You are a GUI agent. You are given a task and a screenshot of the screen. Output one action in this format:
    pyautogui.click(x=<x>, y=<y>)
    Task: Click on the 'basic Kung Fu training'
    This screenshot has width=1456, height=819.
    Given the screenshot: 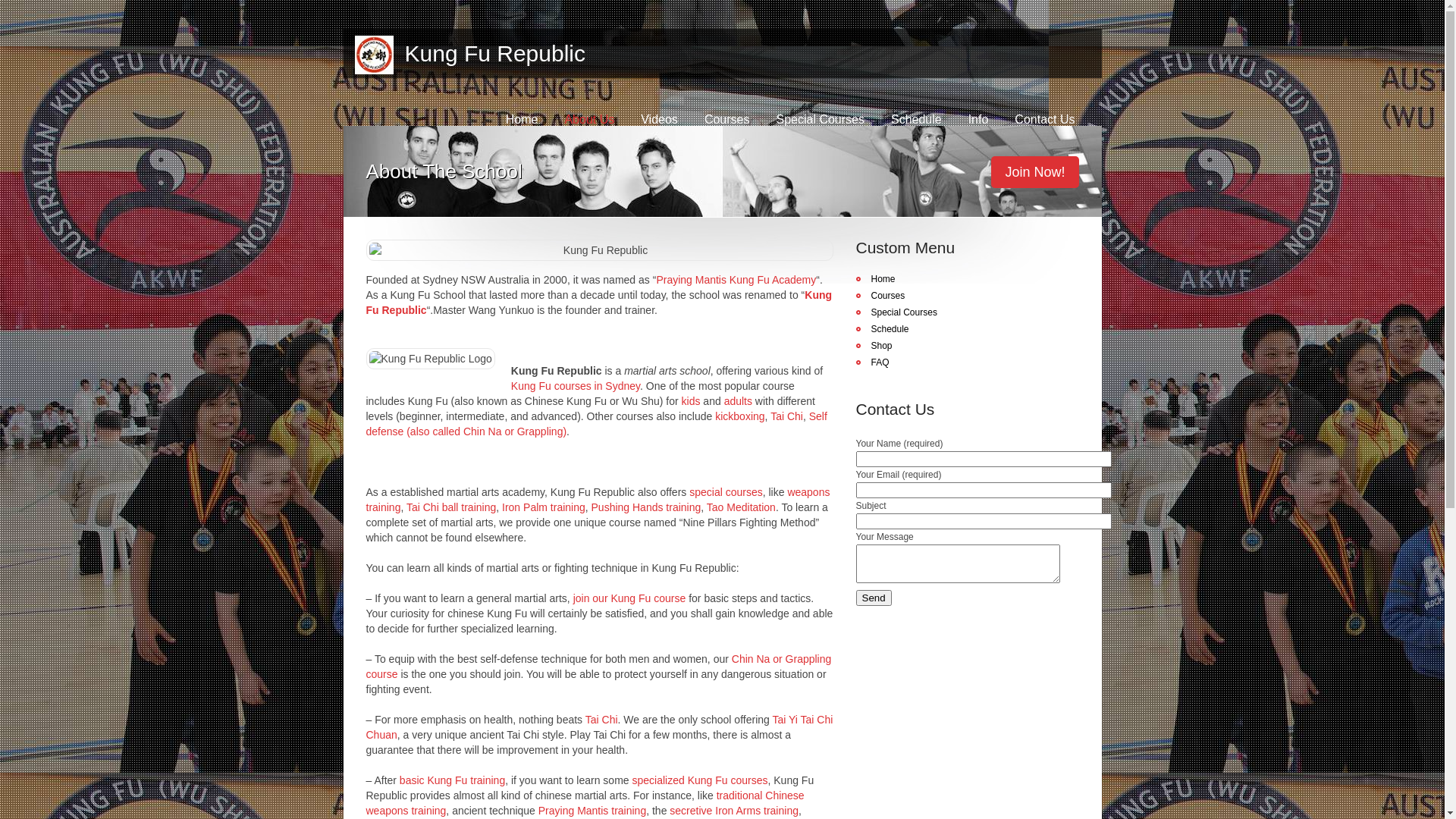 What is the action you would take?
    pyautogui.click(x=451, y=780)
    